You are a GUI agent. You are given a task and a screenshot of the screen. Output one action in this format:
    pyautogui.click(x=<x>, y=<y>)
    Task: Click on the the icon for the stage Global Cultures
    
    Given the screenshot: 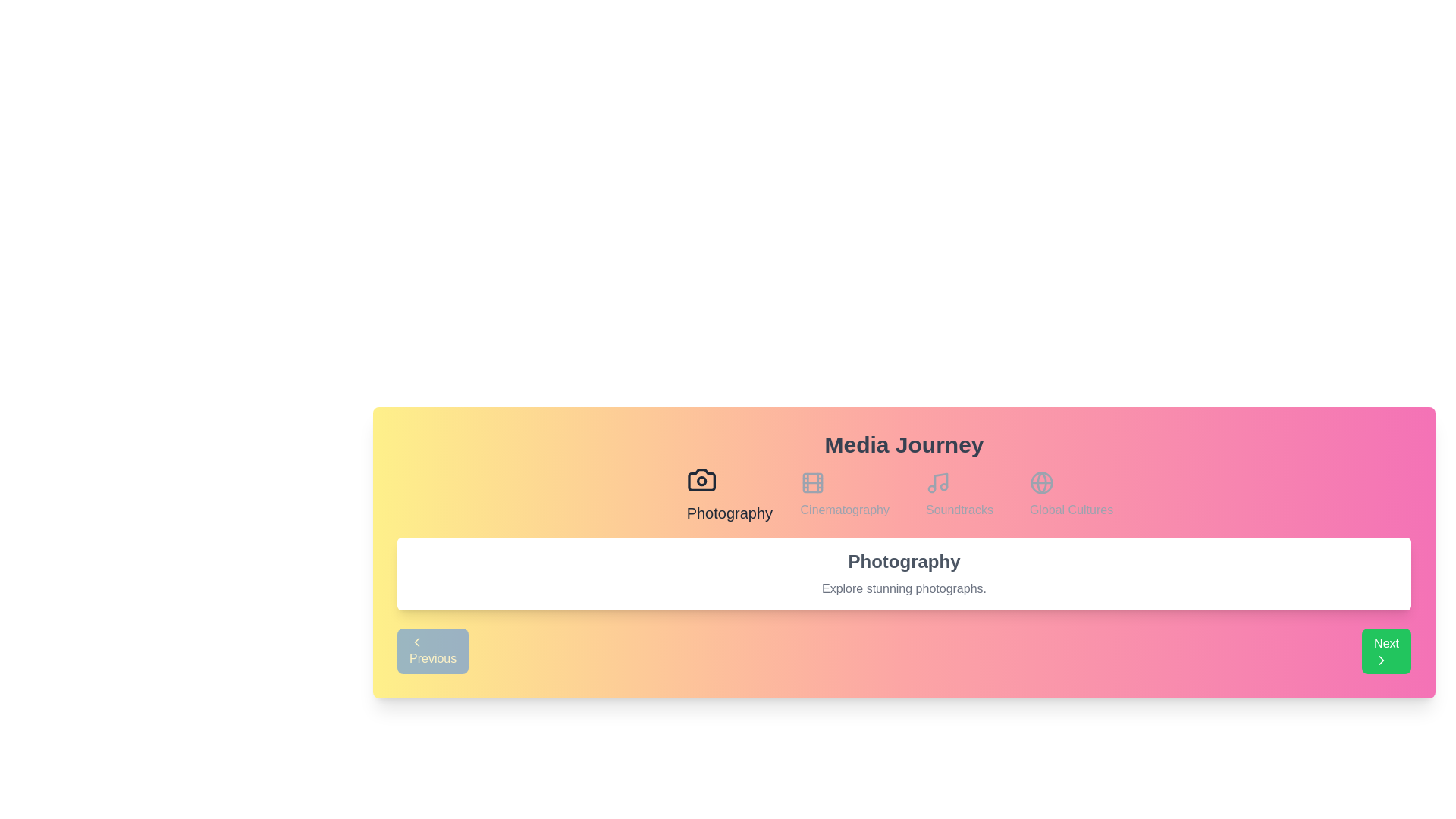 What is the action you would take?
    pyautogui.click(x=1070, y=494)
    